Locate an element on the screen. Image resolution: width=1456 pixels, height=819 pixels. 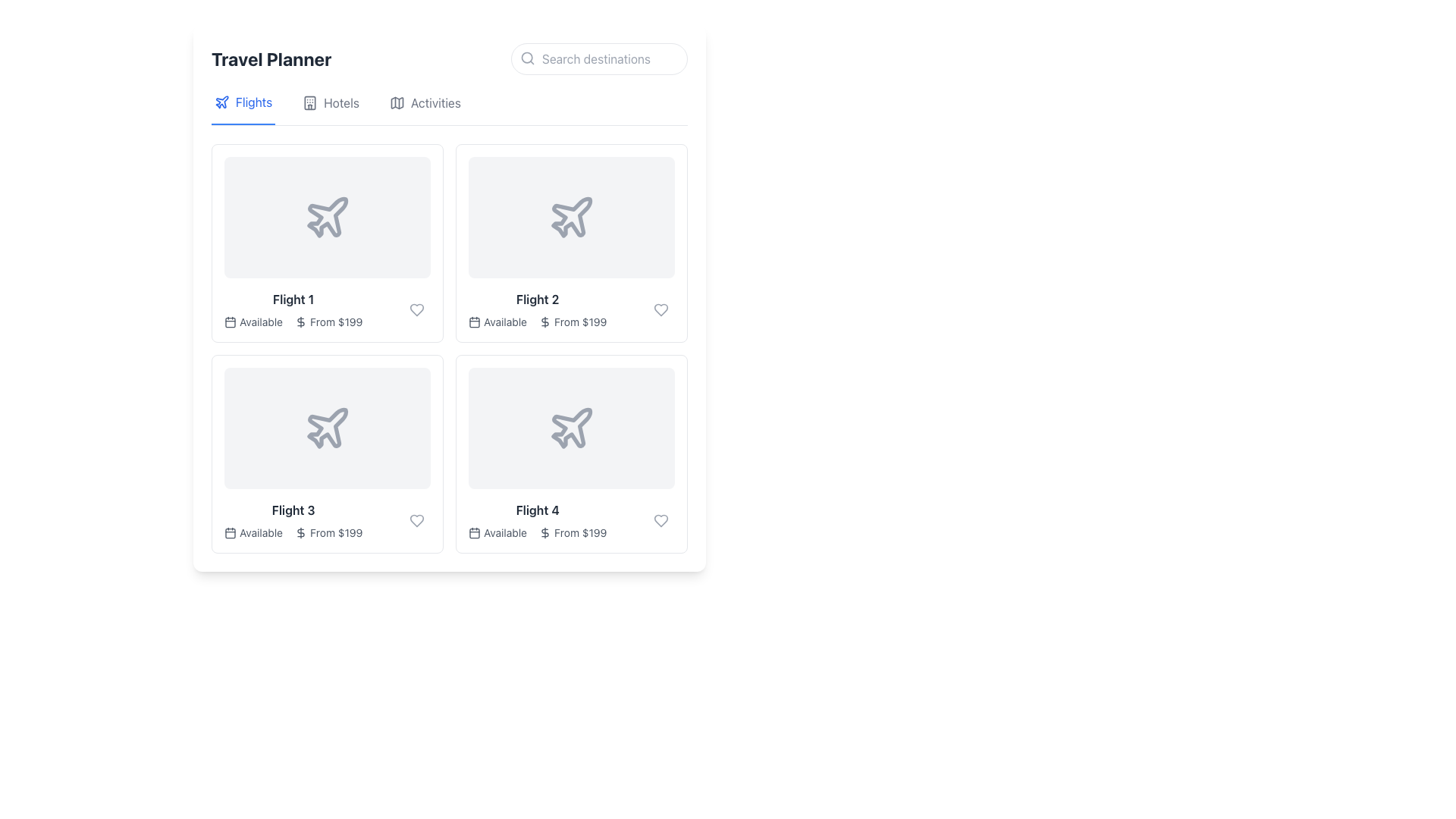
the airplane icon, which is a minimalistic gray outline without a background, located at the center of the fourth card in a grid layout of flight offerings is located at coordinates (570, 428).